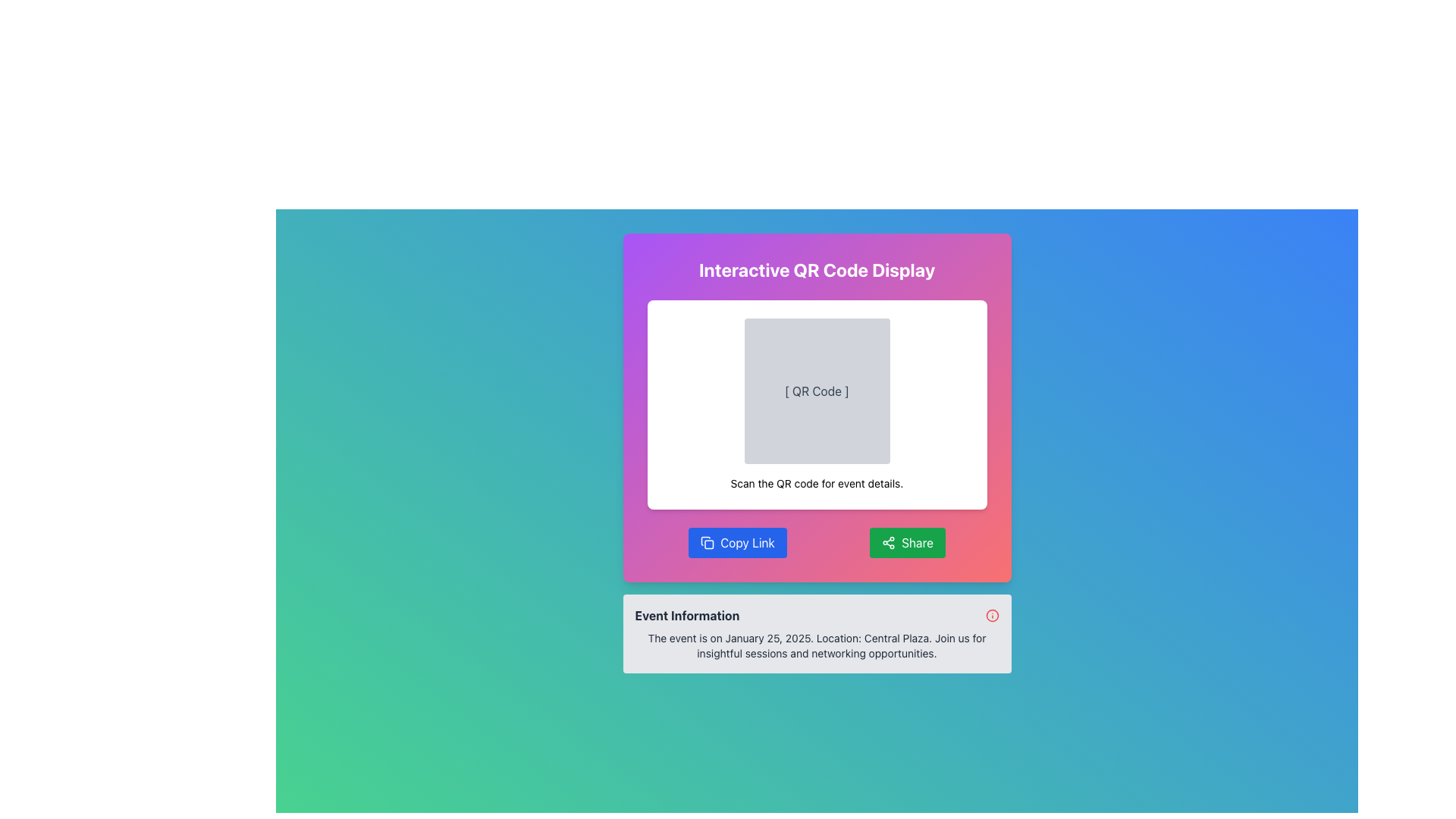 This screenshot has height=819, width=1456. What do you see at coordinates (907, 542) in the screenshot?
I see `the share button located in the bottom-right corner of the button group, adjacent to the 'Copy Link' button` at bounding box center [907, 542].